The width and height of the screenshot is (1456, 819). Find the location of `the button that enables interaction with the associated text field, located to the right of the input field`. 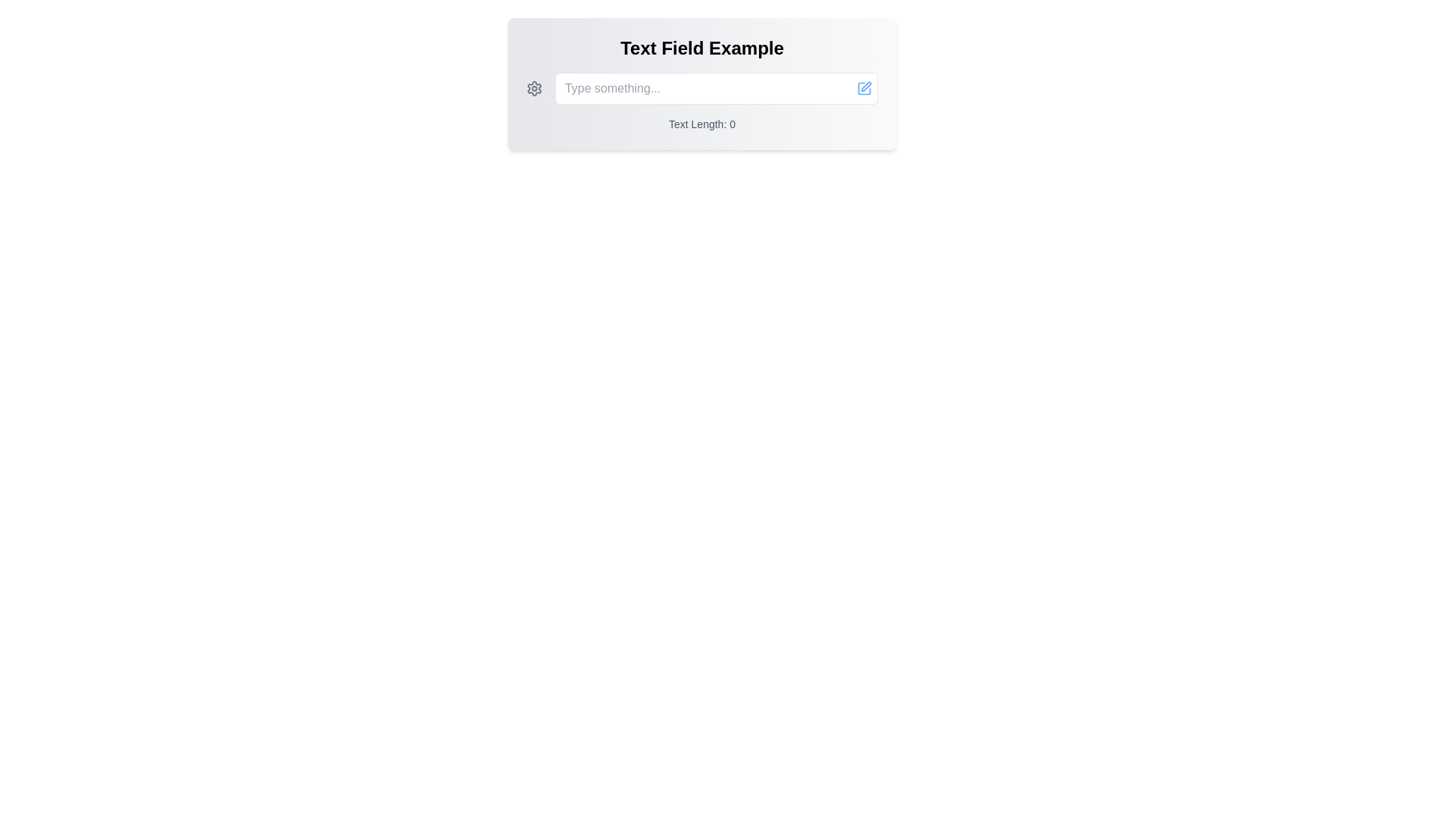

the button that enables interaction with the associated text field, located to the right of the input field is located at coordinates (864, 88).